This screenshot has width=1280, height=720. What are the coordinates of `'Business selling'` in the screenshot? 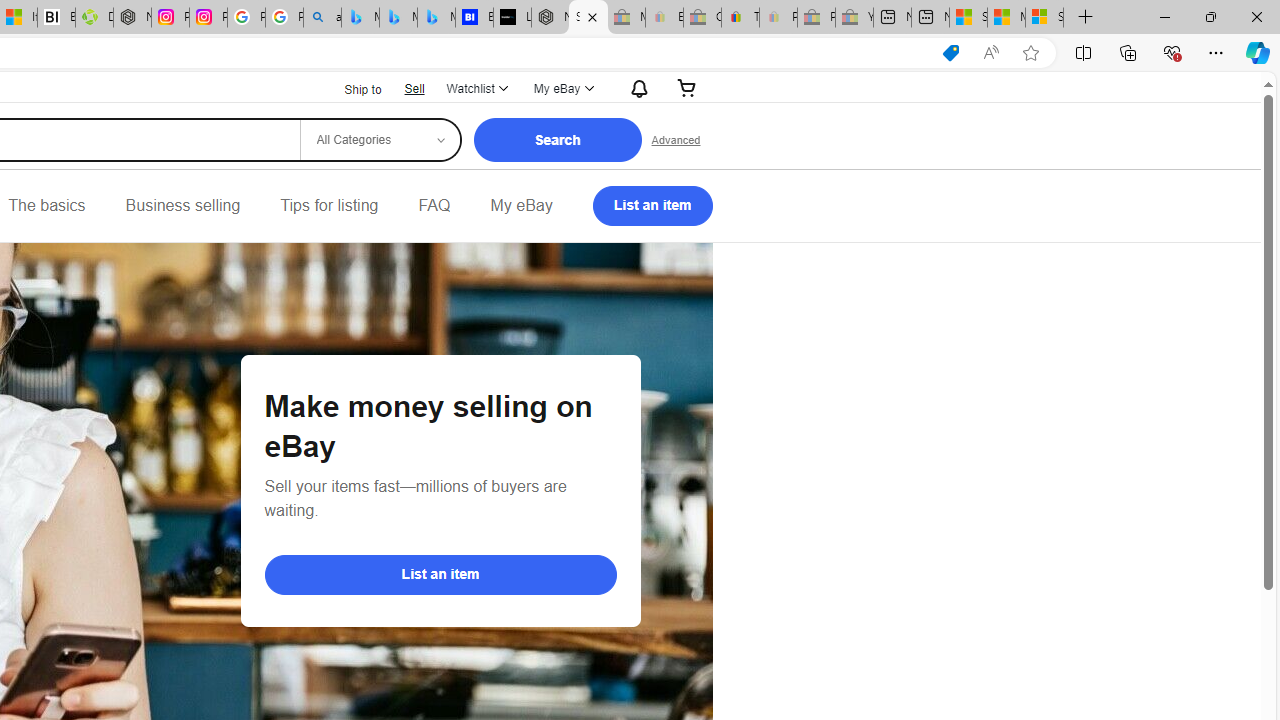 It's located at (183, 205).